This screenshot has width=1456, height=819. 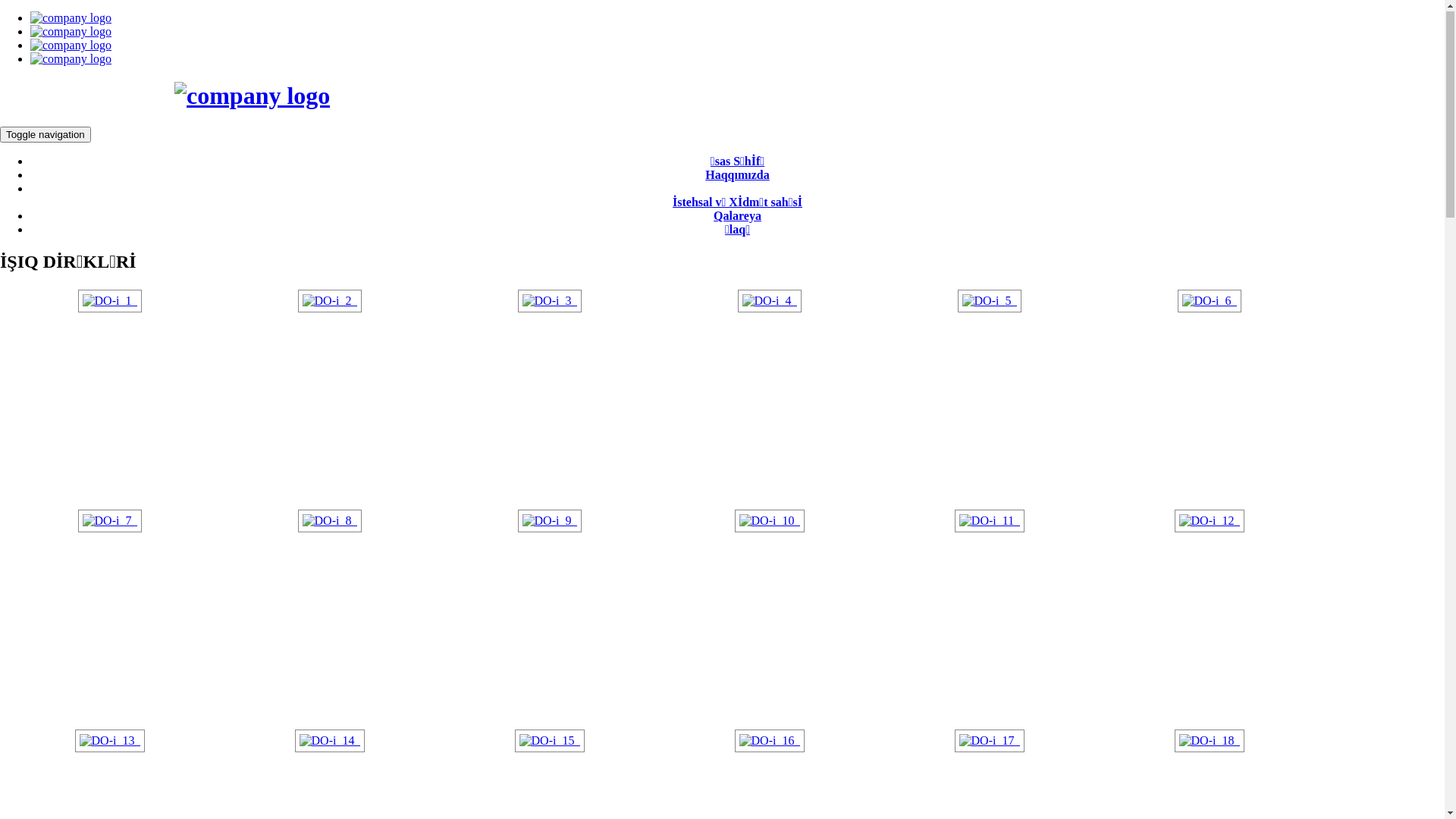 I want to click on 'DO-i_17_', so click(x=952, y=740).